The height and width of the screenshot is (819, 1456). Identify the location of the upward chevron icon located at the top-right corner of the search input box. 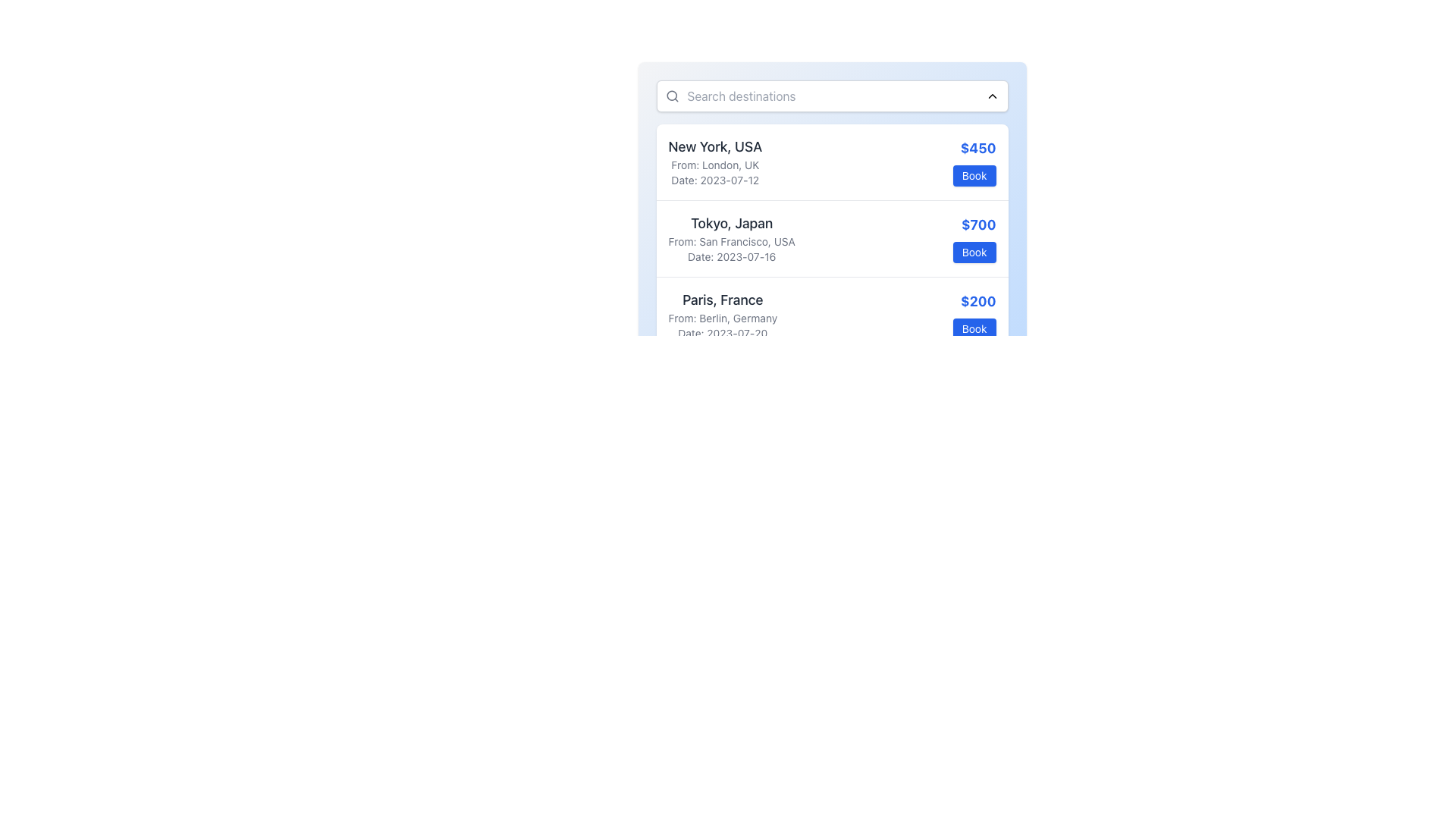
(992, 96).